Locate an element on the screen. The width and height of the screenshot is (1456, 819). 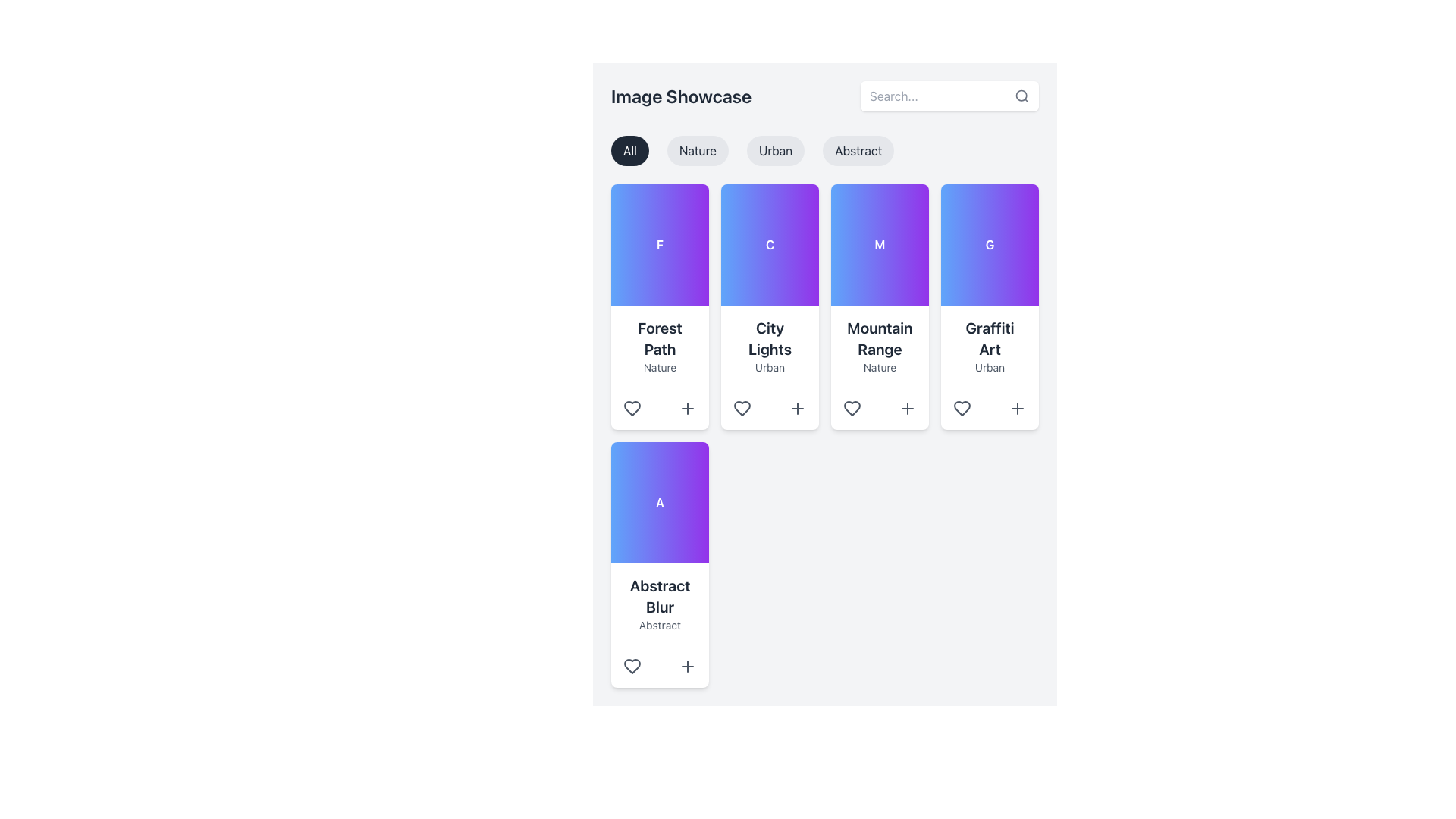
the Multi-line text block element that features 'Abstract Blur' in bold and 'Abstract' in smaller text, located in the lower section of the leftmost card in the third row is located at coordinates (660, 604).